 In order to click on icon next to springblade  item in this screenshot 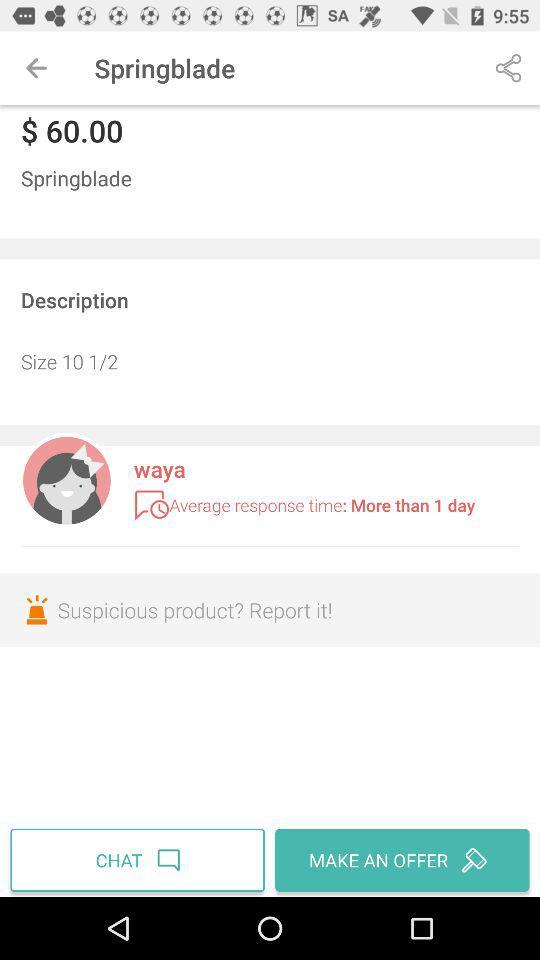, I will do `click(508, 68)`.